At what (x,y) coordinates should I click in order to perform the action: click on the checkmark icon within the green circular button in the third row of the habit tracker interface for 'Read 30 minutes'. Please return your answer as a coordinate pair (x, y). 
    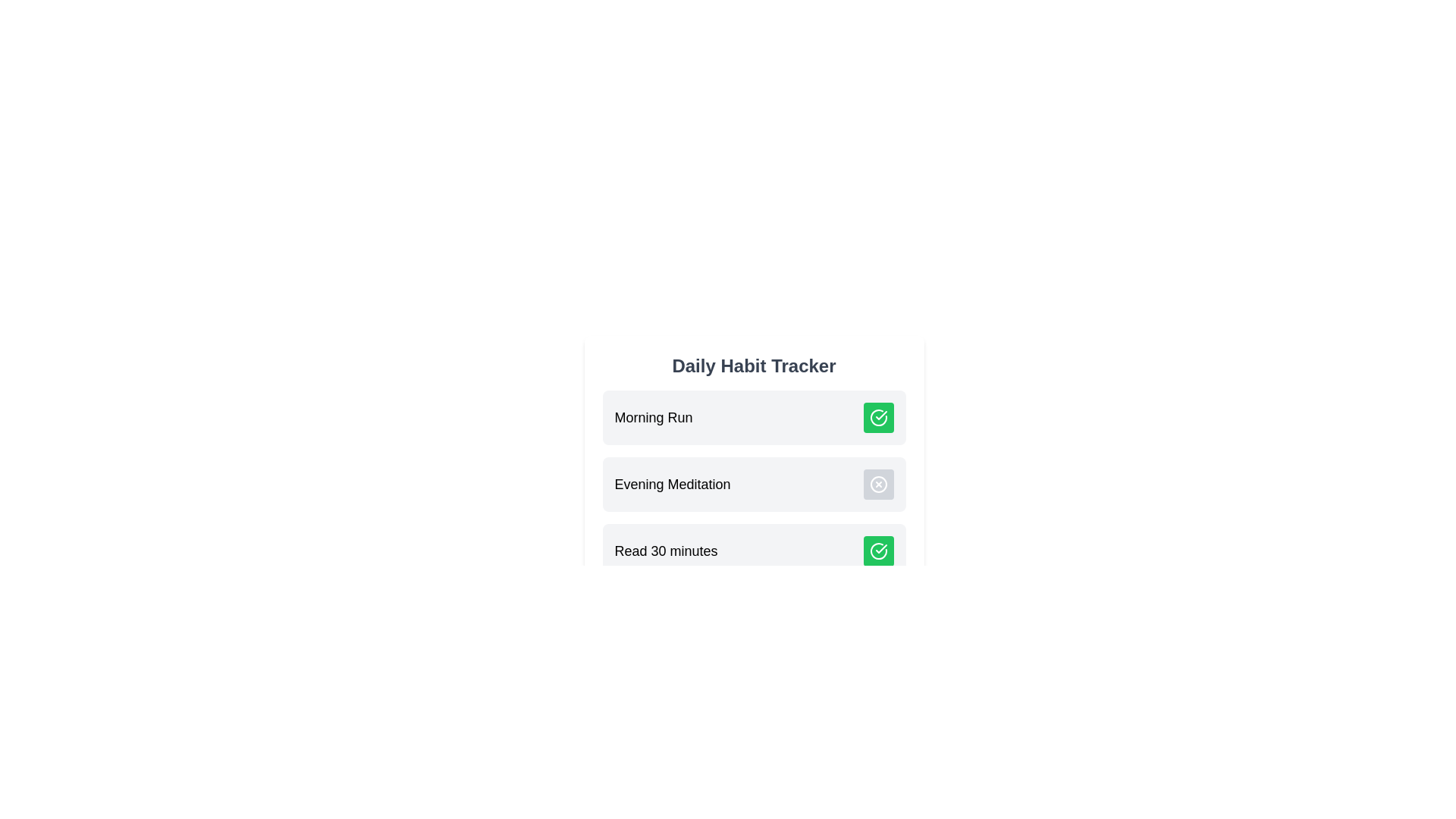
    Looking at the image, I should click on (880, 549).